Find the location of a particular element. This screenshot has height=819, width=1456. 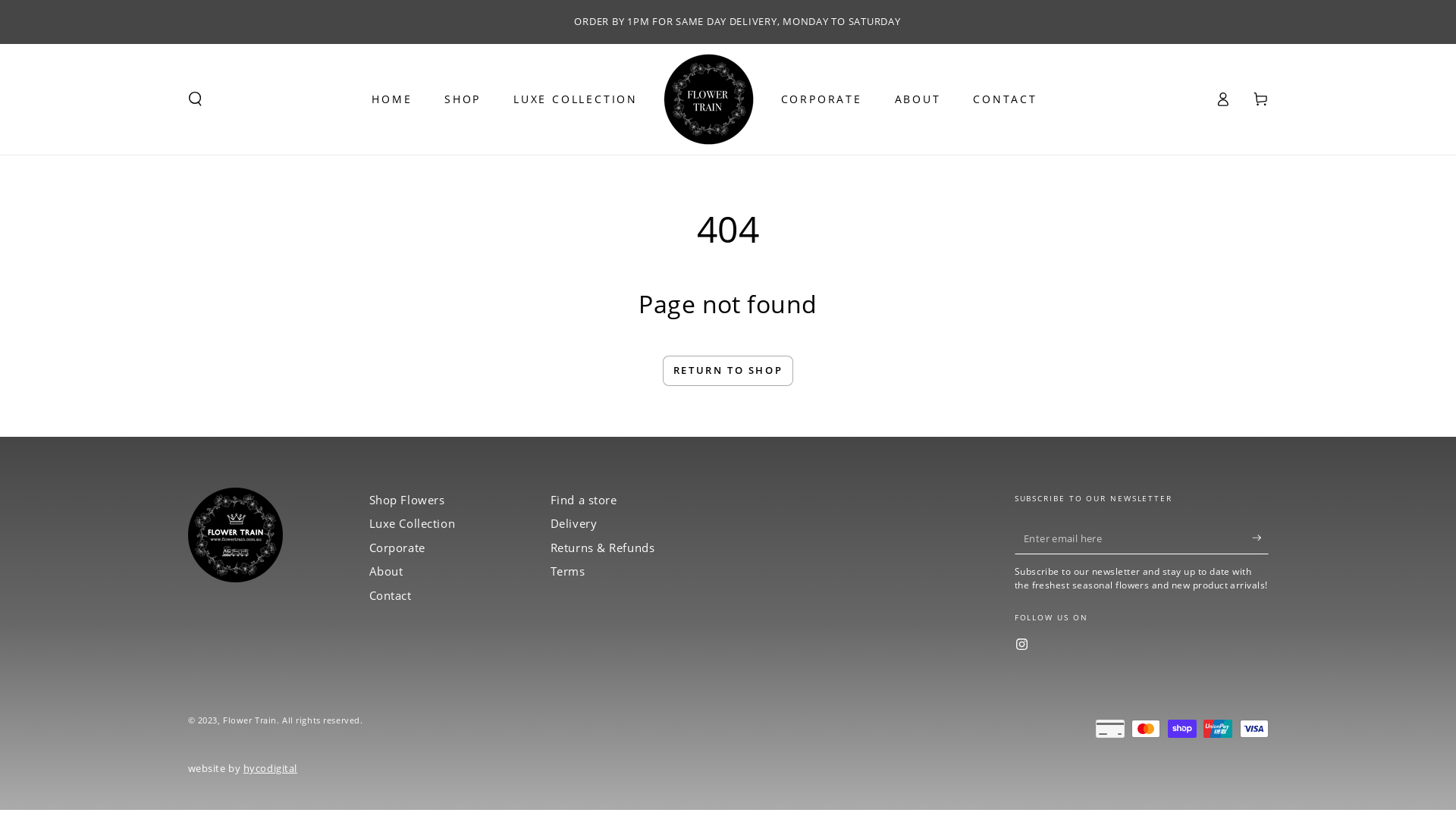

'Returns & Refunds' is located at coordinates (602, 547).